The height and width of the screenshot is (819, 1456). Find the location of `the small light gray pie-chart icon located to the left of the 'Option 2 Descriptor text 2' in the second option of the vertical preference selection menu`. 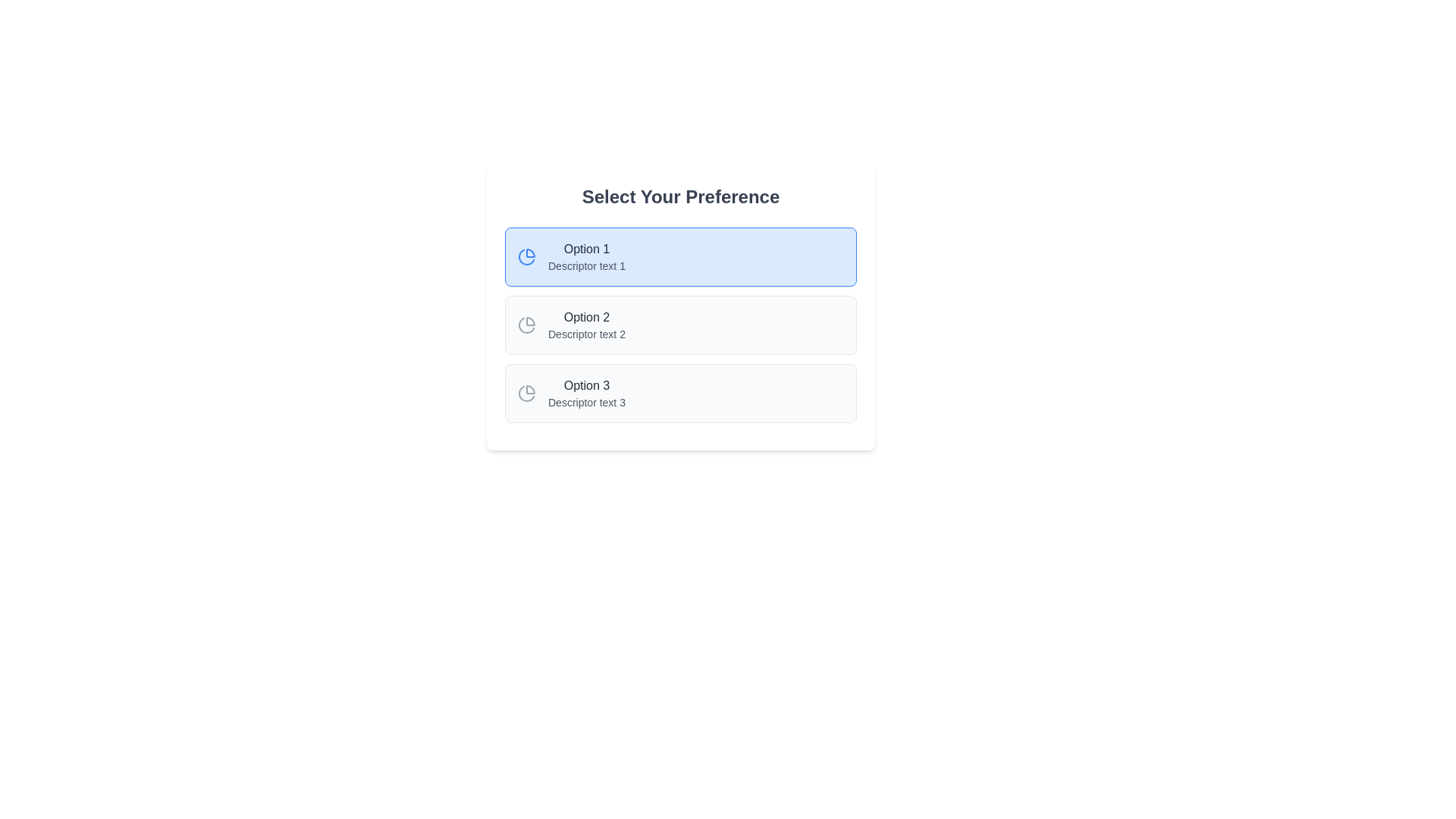

the small light gray pie-chart icon located to the left of the 'Option 2 Descriptor text 2' in the second option of the vertical preference selection menu is located at coordinates (527, 324).